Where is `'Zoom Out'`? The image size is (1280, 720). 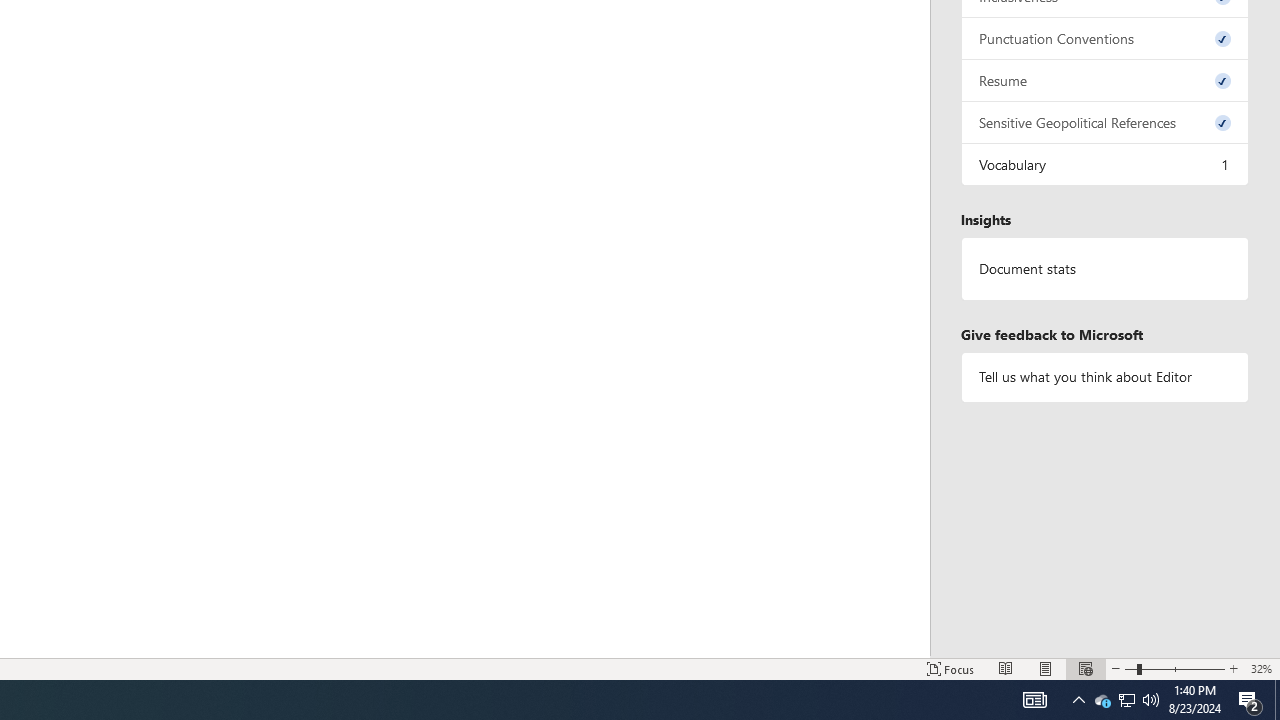 'Zoom Out' is located at coordinates (1130, 669).